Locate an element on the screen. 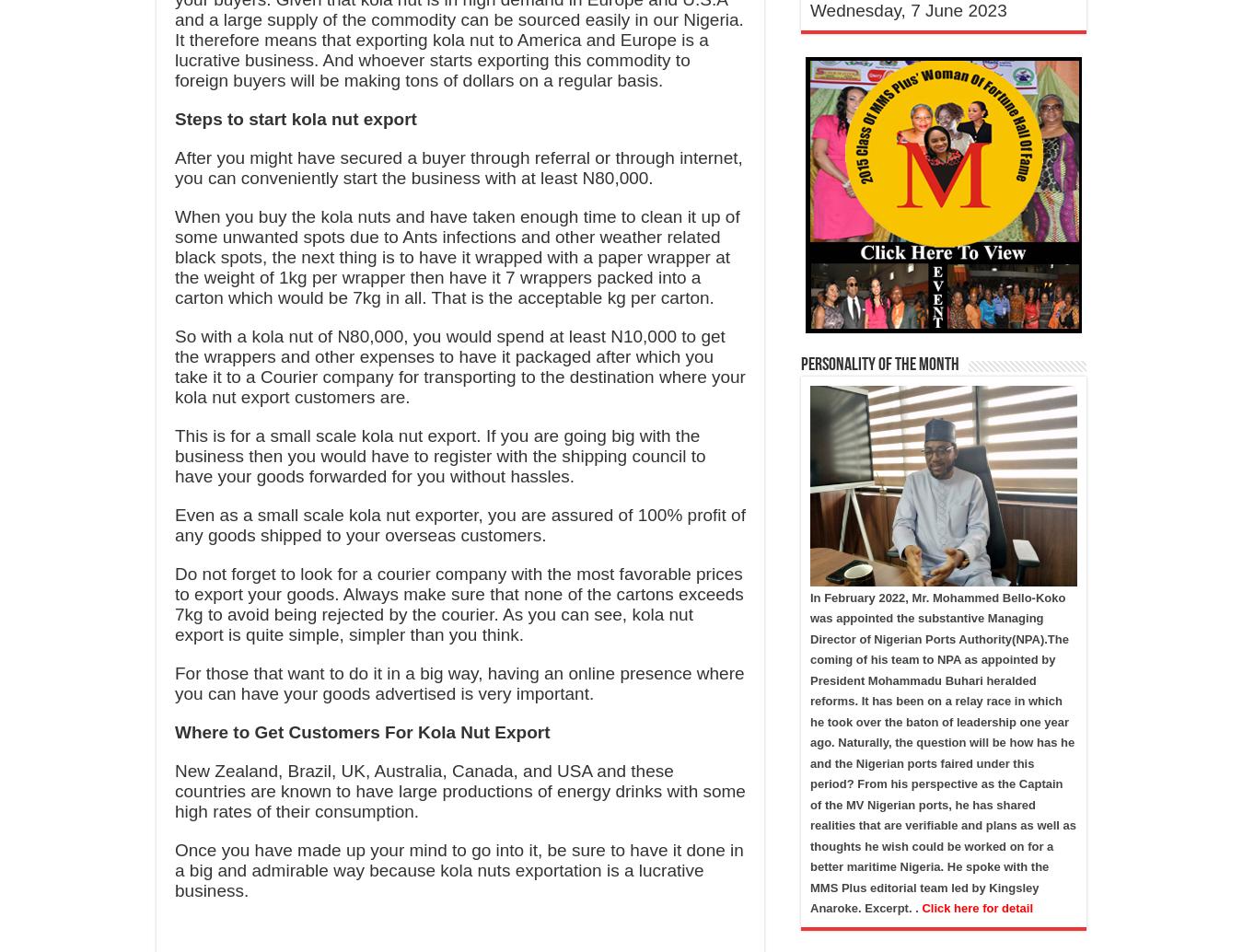 The image size is (1243, 952). 'This is for a small scale kola nut export. If you are going big with the business then you would have to register with the shipping council to have your goods forwarded for you without hassles.' is located at coordinates (439, 455).